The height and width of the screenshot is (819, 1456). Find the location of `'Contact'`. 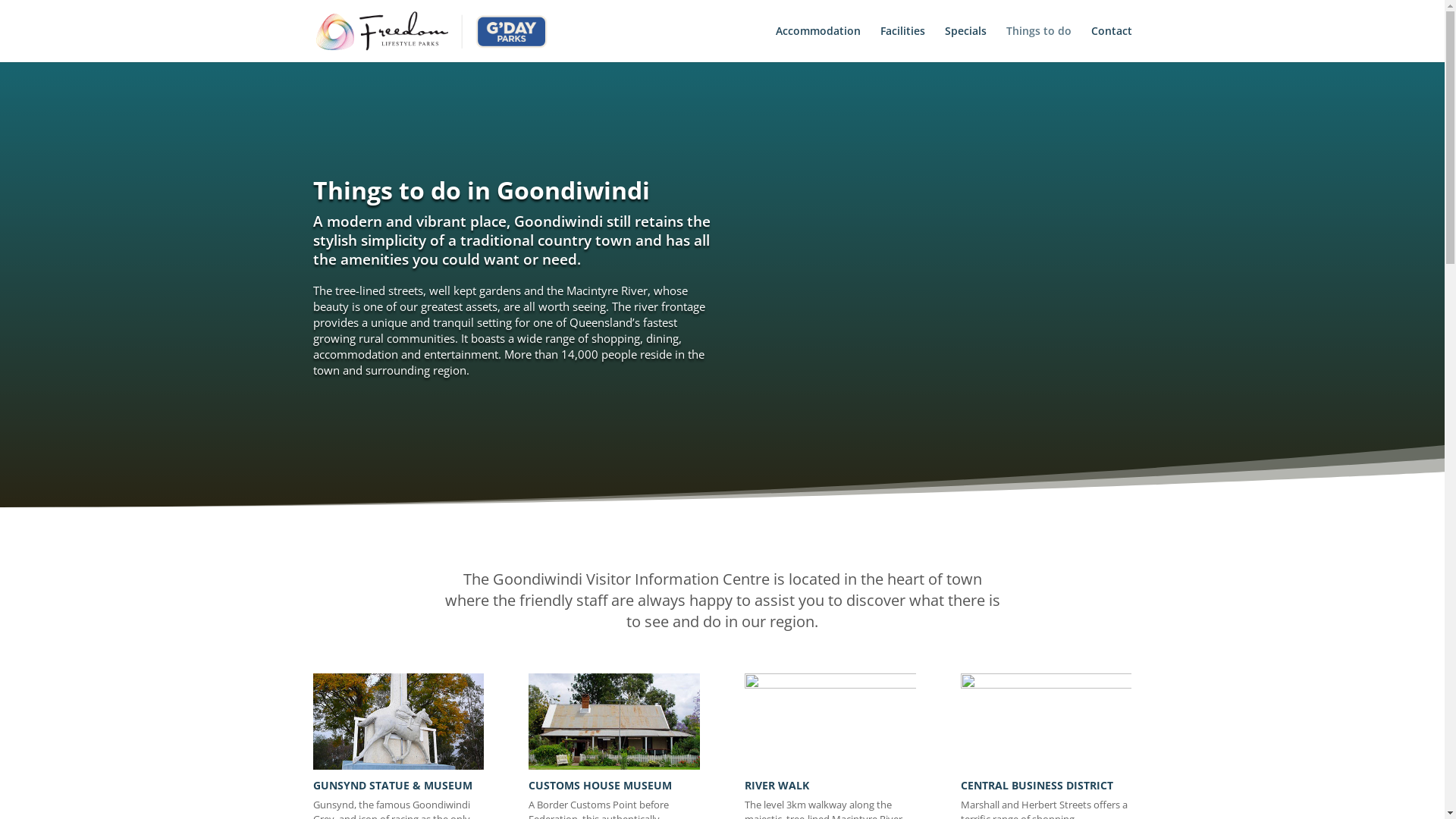

'Contact' is located at coordinates (1110, 42).